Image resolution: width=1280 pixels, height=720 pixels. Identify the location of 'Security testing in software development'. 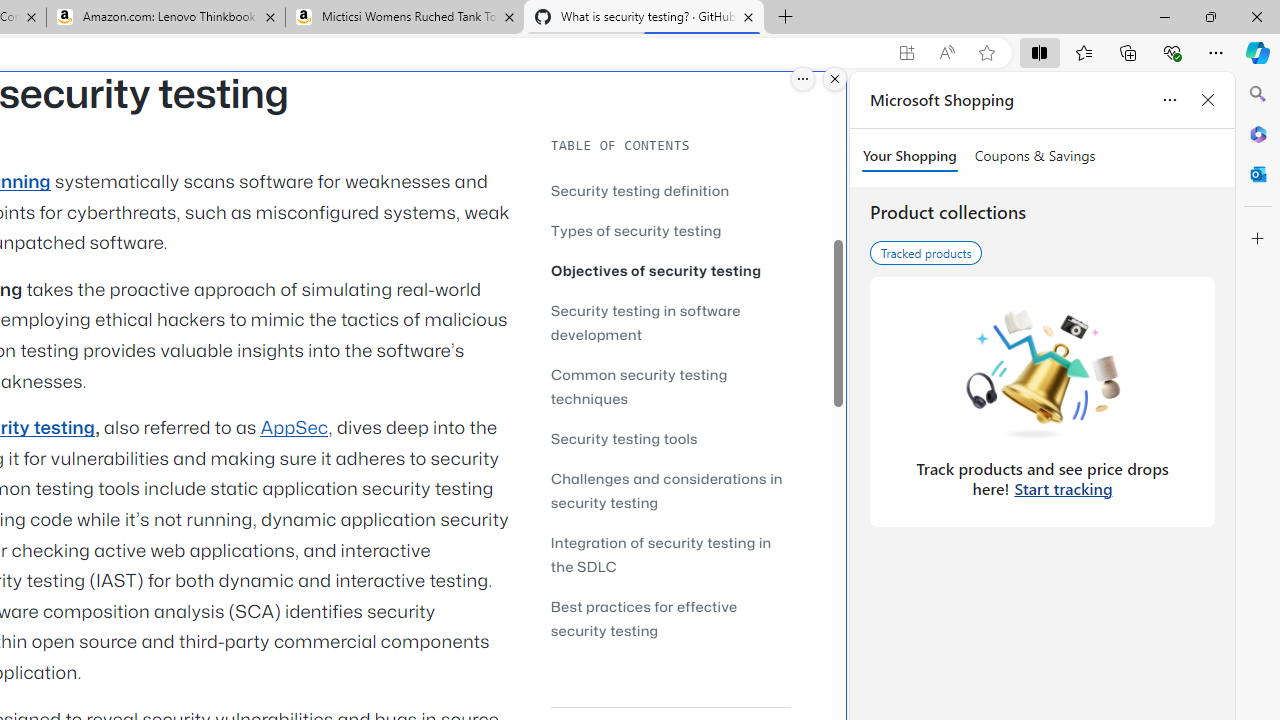
(670, 321).